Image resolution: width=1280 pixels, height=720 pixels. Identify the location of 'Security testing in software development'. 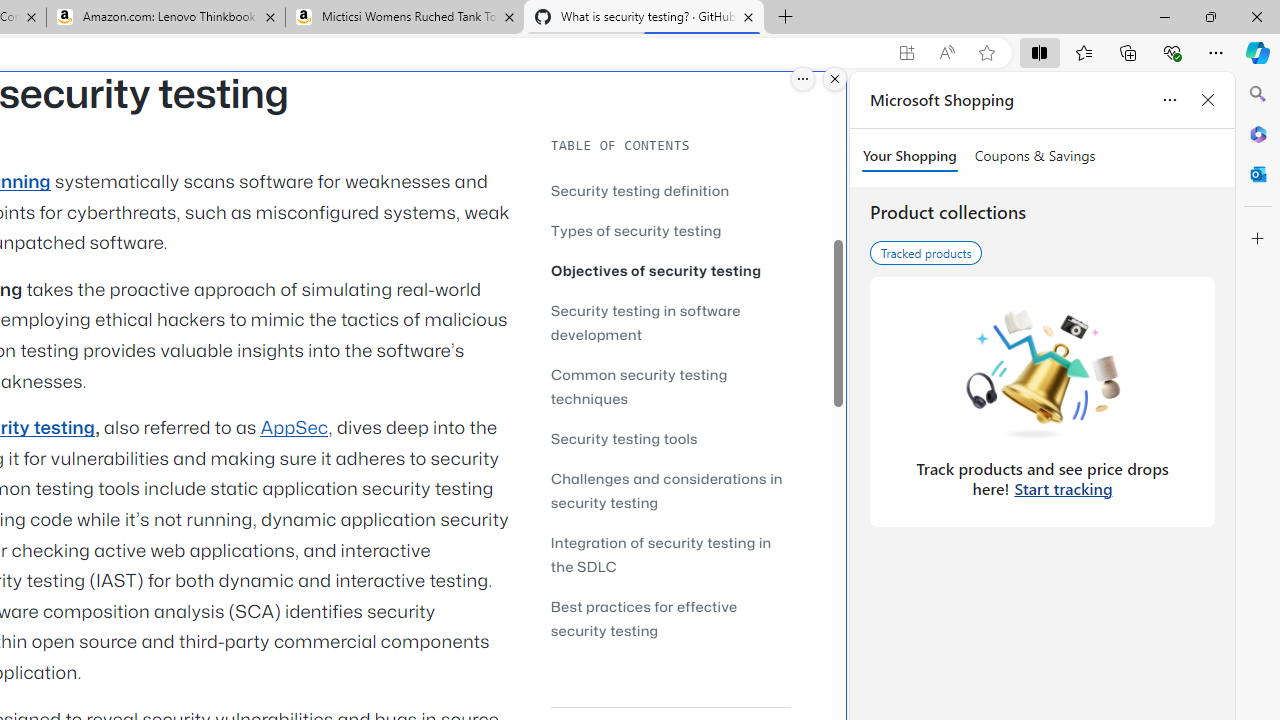
(670, 321).